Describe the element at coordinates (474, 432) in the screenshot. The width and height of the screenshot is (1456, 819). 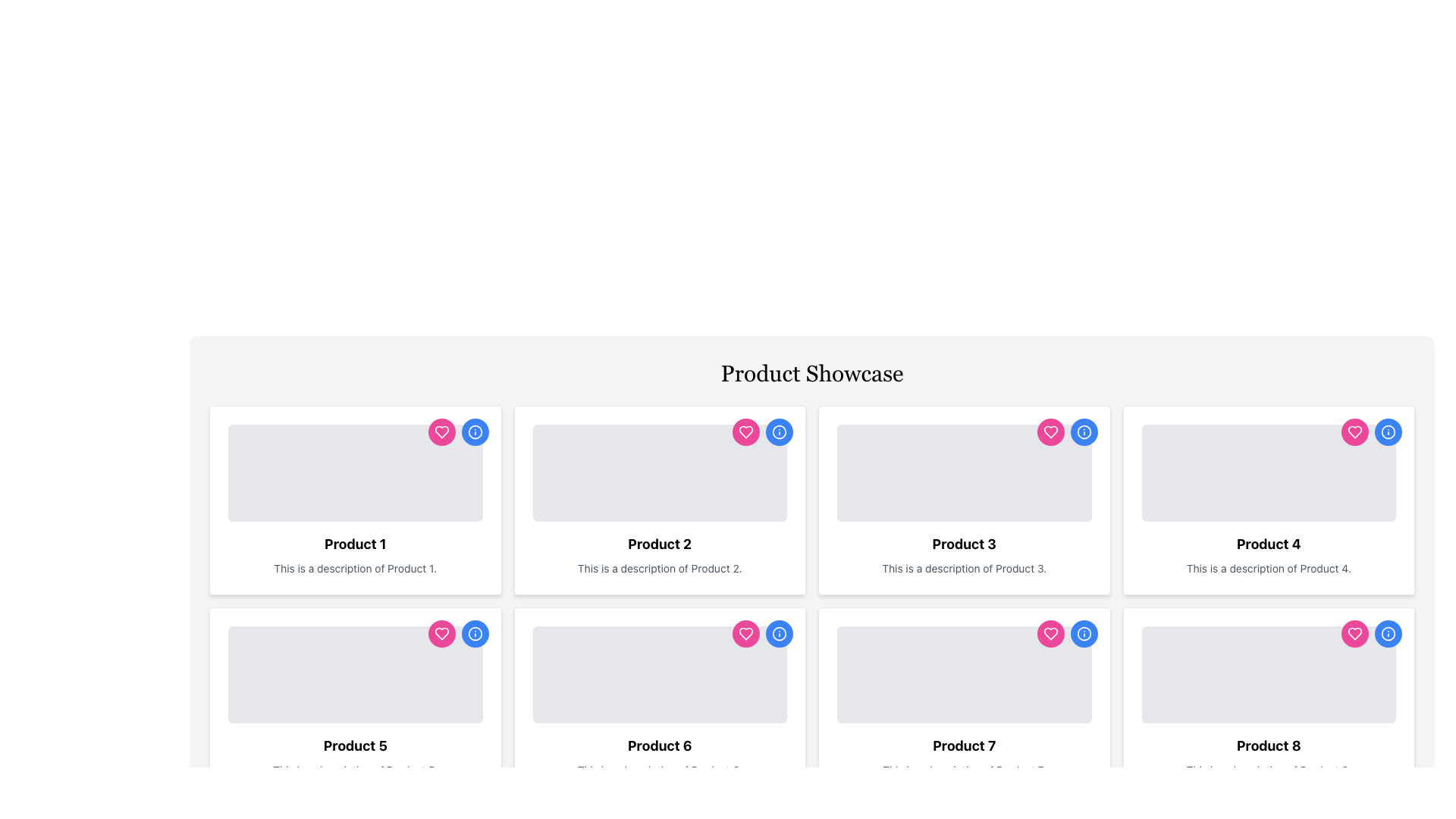
I see `the button located in the top-right corner of the card for 'Product 1', which is the second button in the row of interactive icons` at that location.